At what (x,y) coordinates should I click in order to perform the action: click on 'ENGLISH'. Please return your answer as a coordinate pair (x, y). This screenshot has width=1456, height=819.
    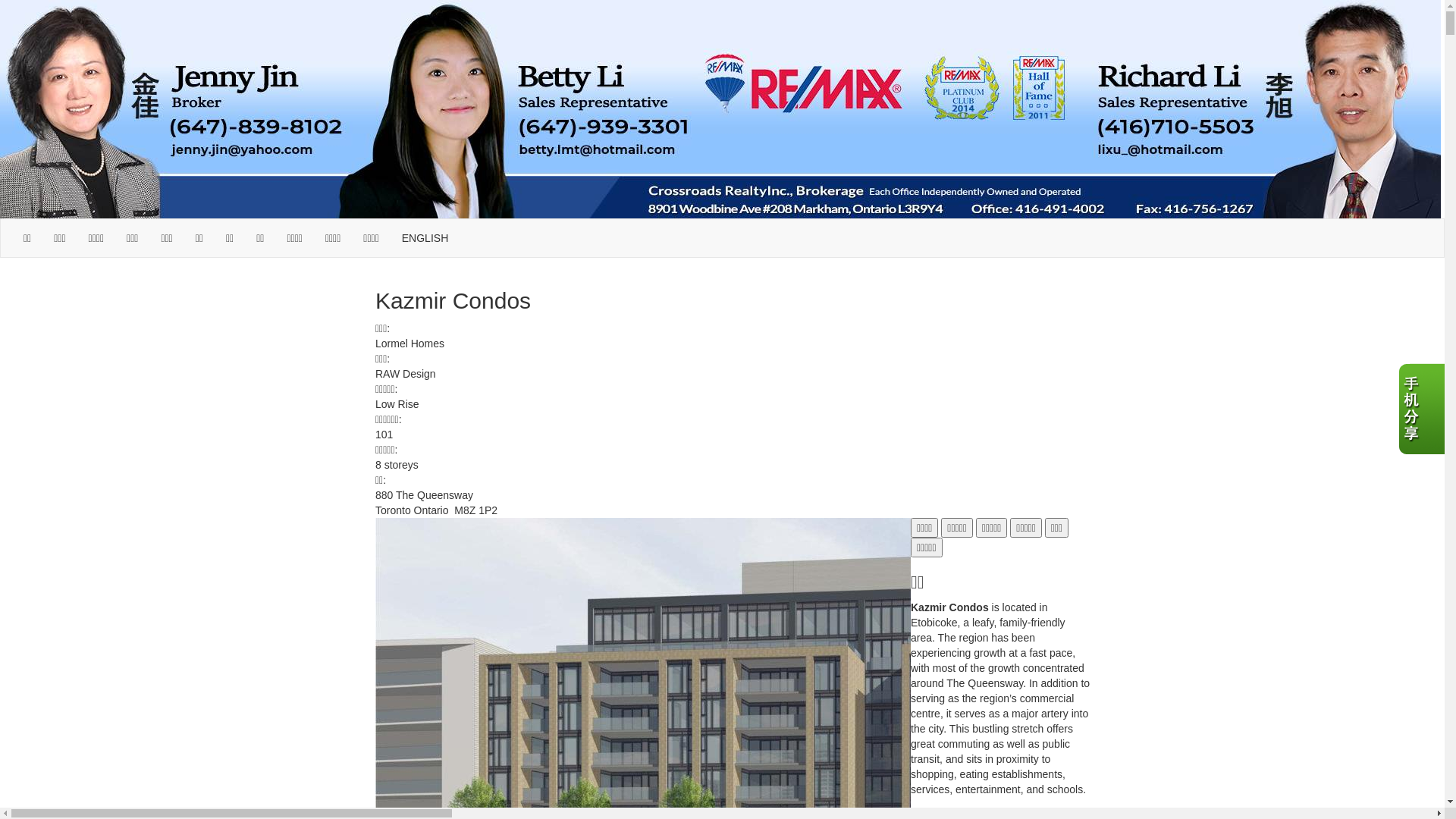
    Looking at the image, I should click on (425, 237).